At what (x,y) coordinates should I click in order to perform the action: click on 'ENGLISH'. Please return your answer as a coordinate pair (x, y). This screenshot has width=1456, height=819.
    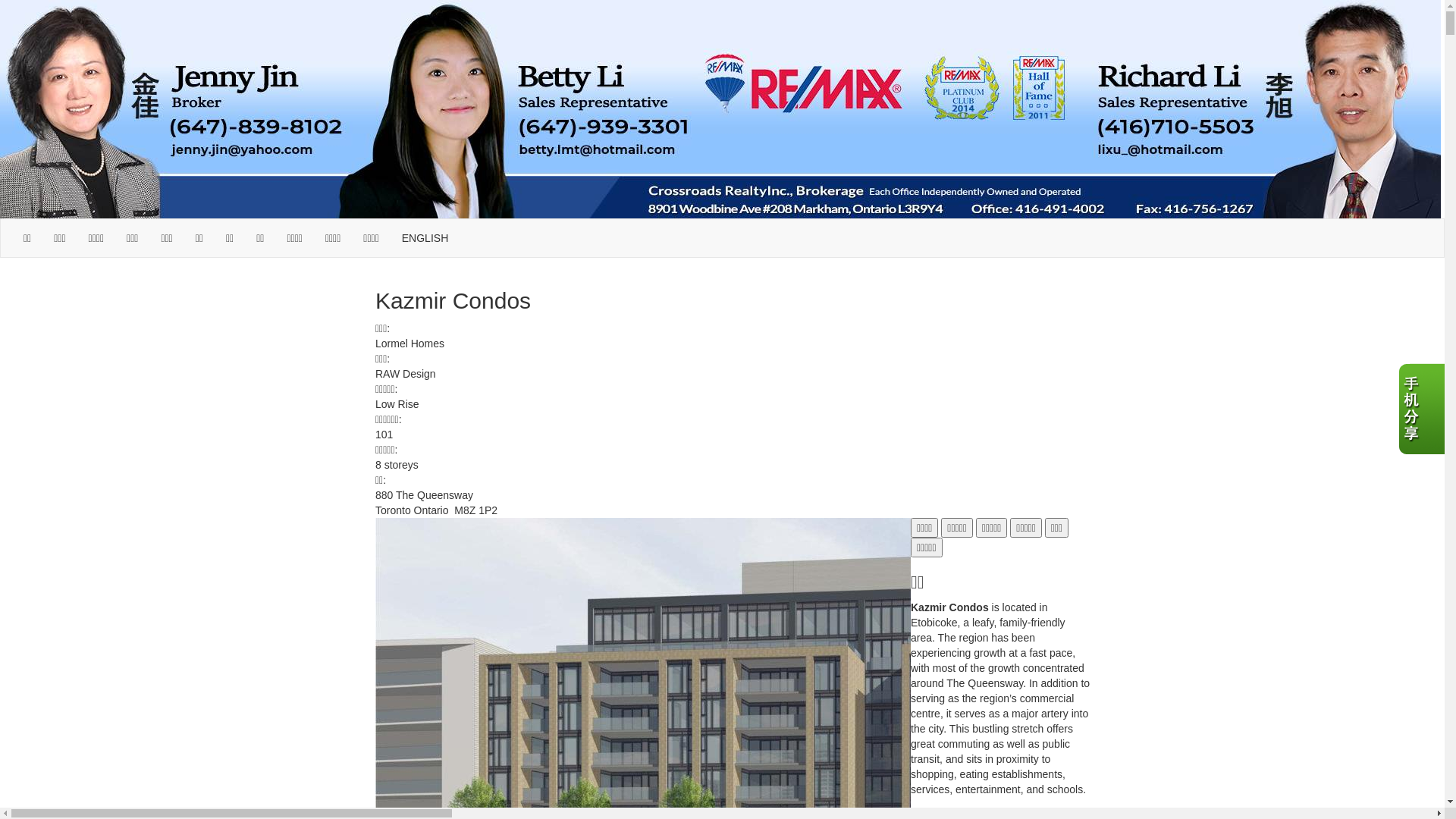
    Looking at the image, I should click on (425, 237).